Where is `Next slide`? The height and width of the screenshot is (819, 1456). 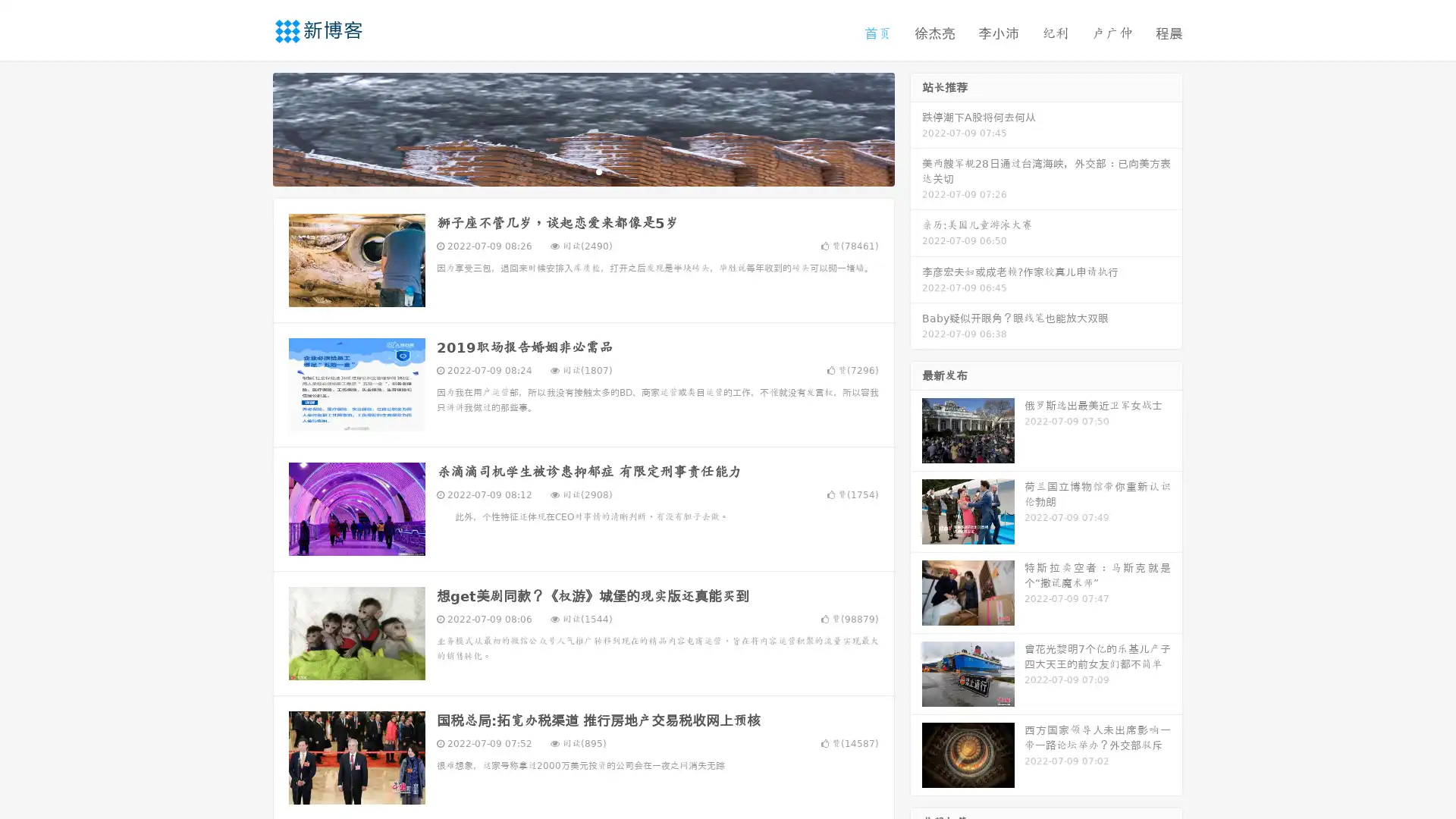 Next slide is located at coordinates (916, 127).